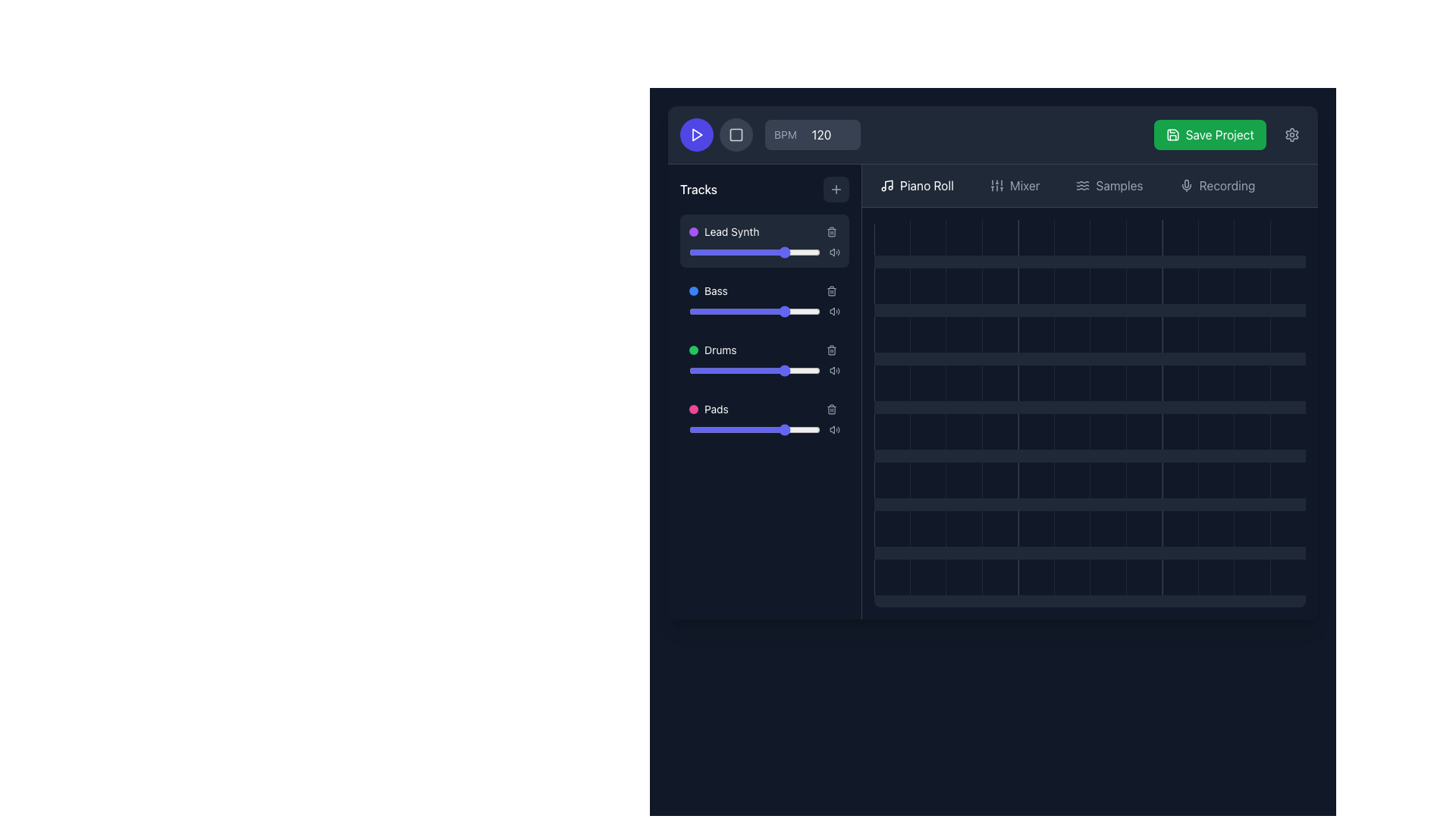  Describe the element at coordinates (825, 350) in the screenshot. I see `the volume for the 'Drums' track` at that location.